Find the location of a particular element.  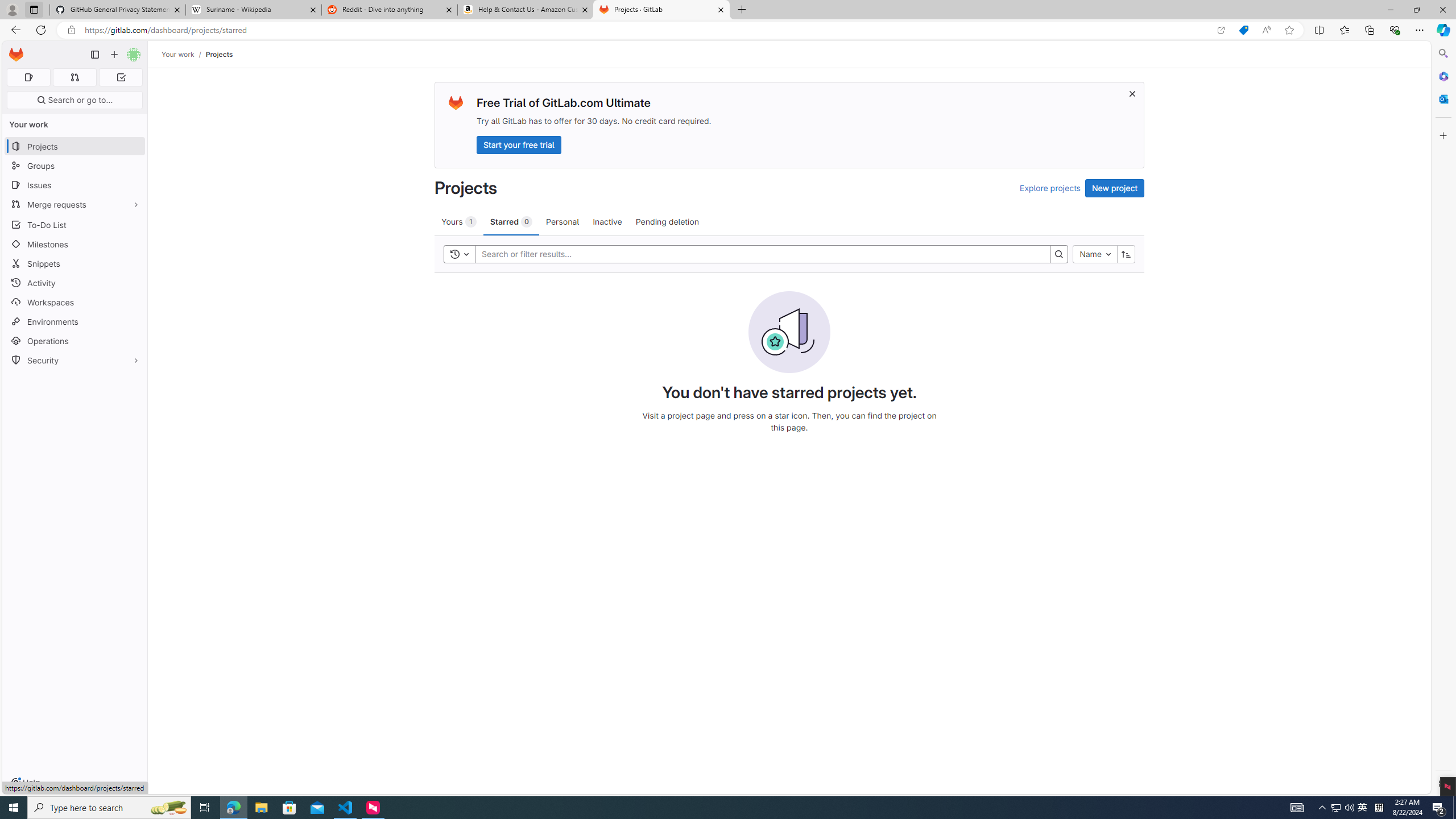

'Pending deletion' is located at coordinates (667, 221).